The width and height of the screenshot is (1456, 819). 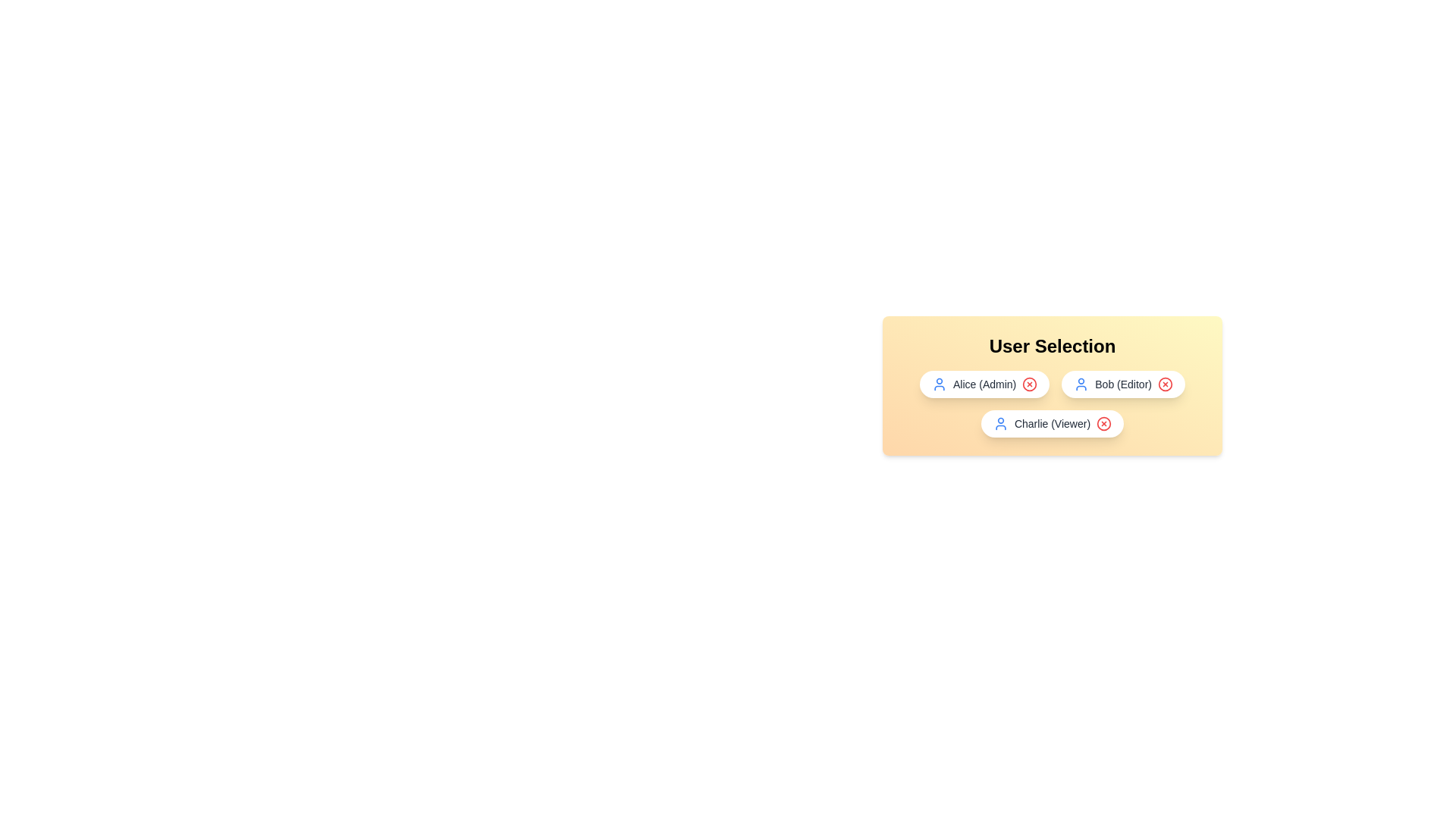 What do you see at coordinates (938, 383) in the screenshot?
I see `the user icon for Alice (Admin)` at bounding box center [938, 383].